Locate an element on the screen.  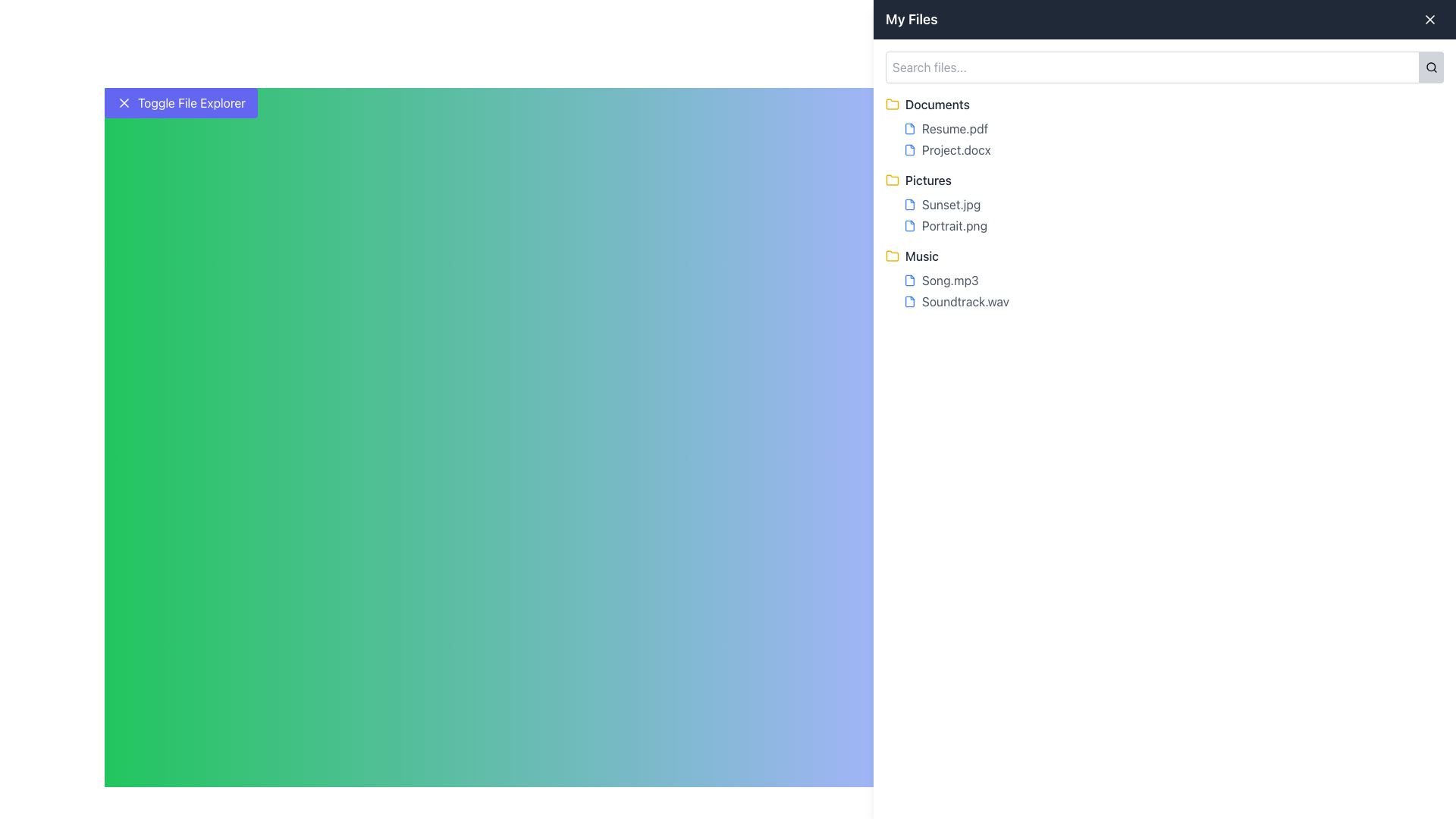
the small 'X' icon located on the left edge of the 'Toggle File Explorer' button, which has a blue background and white text is located at coordinates (124, 102).